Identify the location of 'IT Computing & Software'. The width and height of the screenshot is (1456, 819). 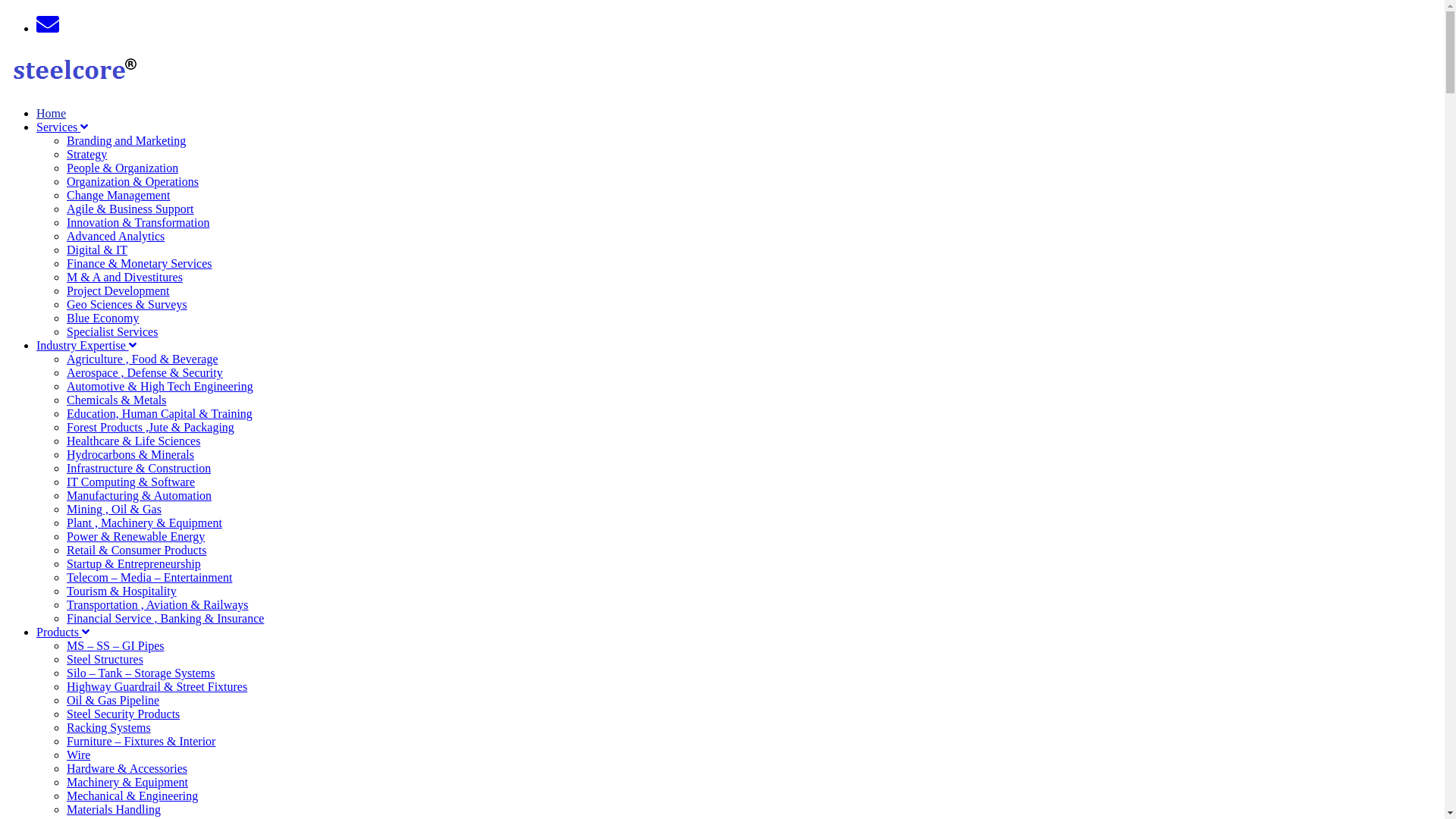
(65, 482).